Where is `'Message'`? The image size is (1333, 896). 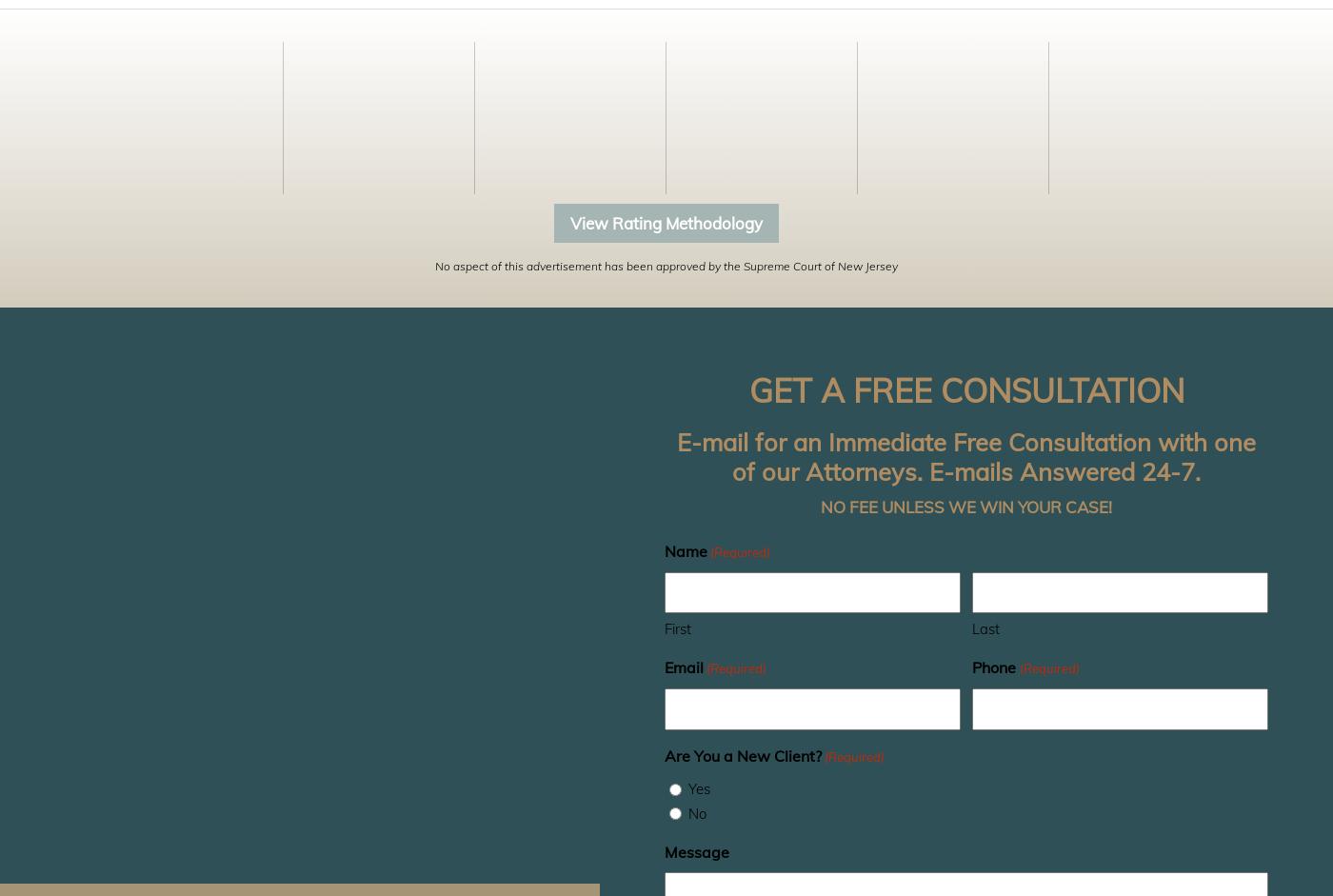 'Message' is located at coordinates (697, 851).